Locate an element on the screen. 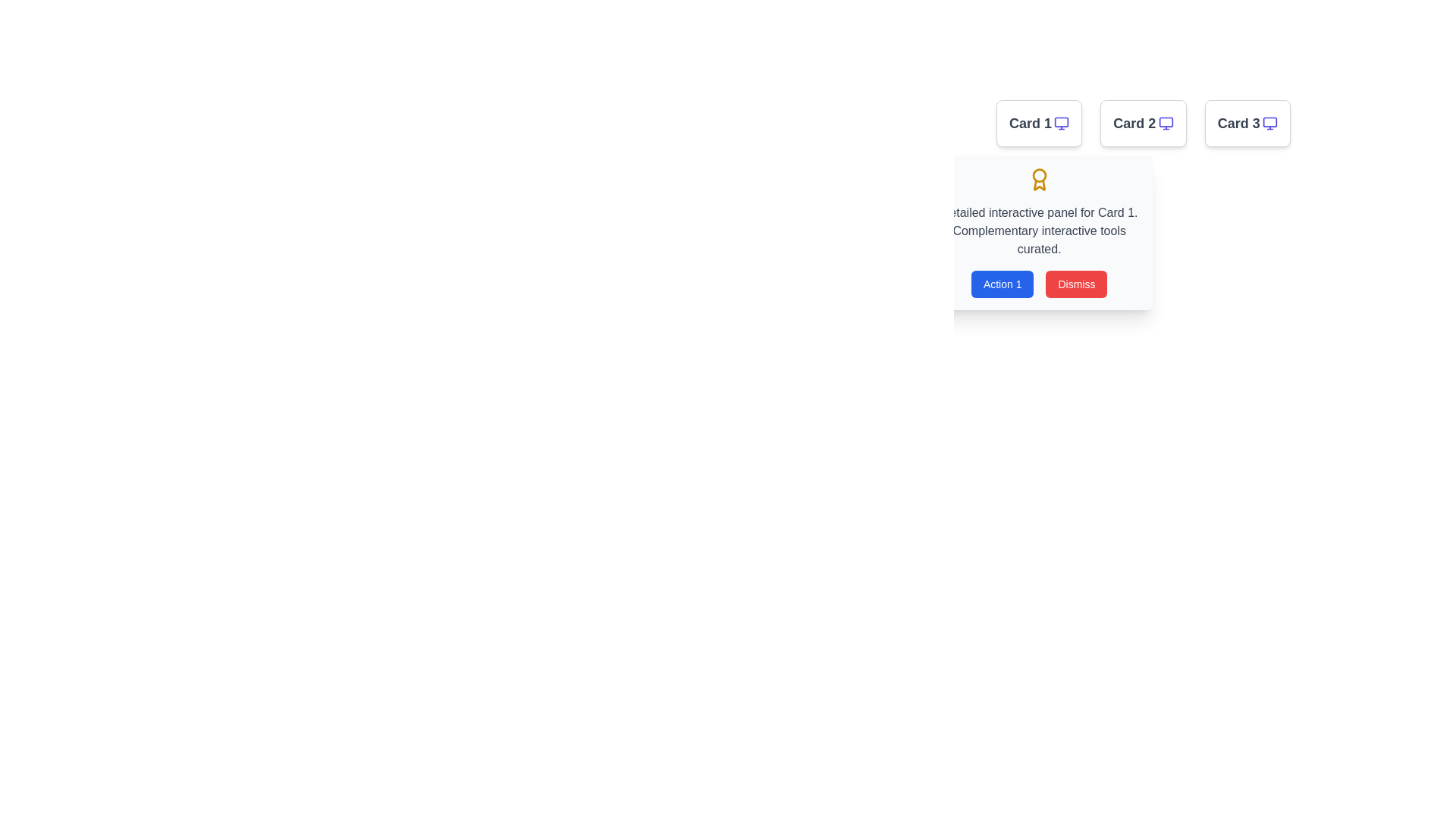  the ribbon-like design at the bottom of the award icon, which is part of the SVG graphic representation is located at coordinates (1038, 184).